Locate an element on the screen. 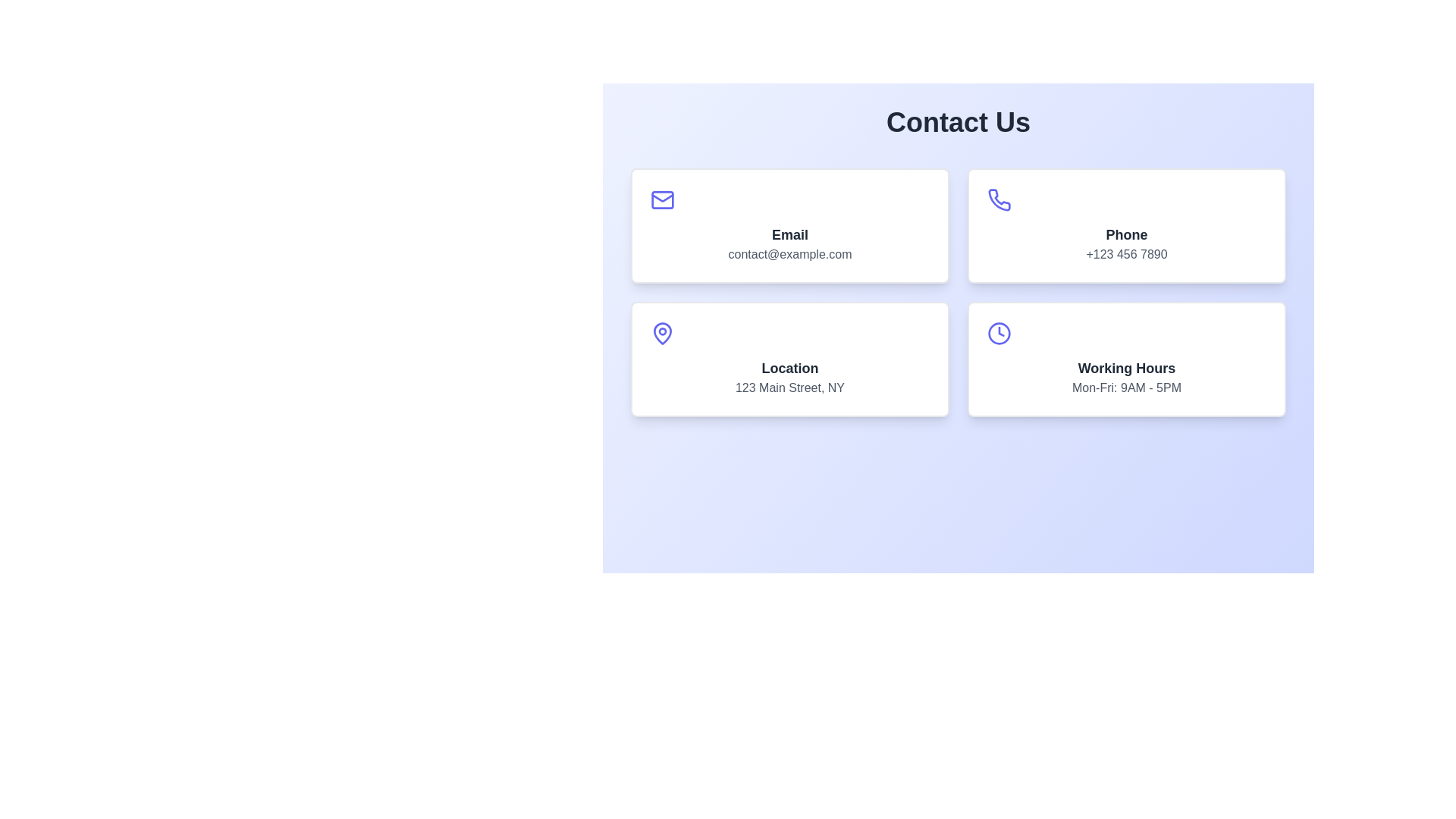  the static text label displaying 'Mon-Fri: 9AM - 5PM' located below the title 'Working Hours' in the bottom-right card of the layout is located at coordinates (1127, 388).